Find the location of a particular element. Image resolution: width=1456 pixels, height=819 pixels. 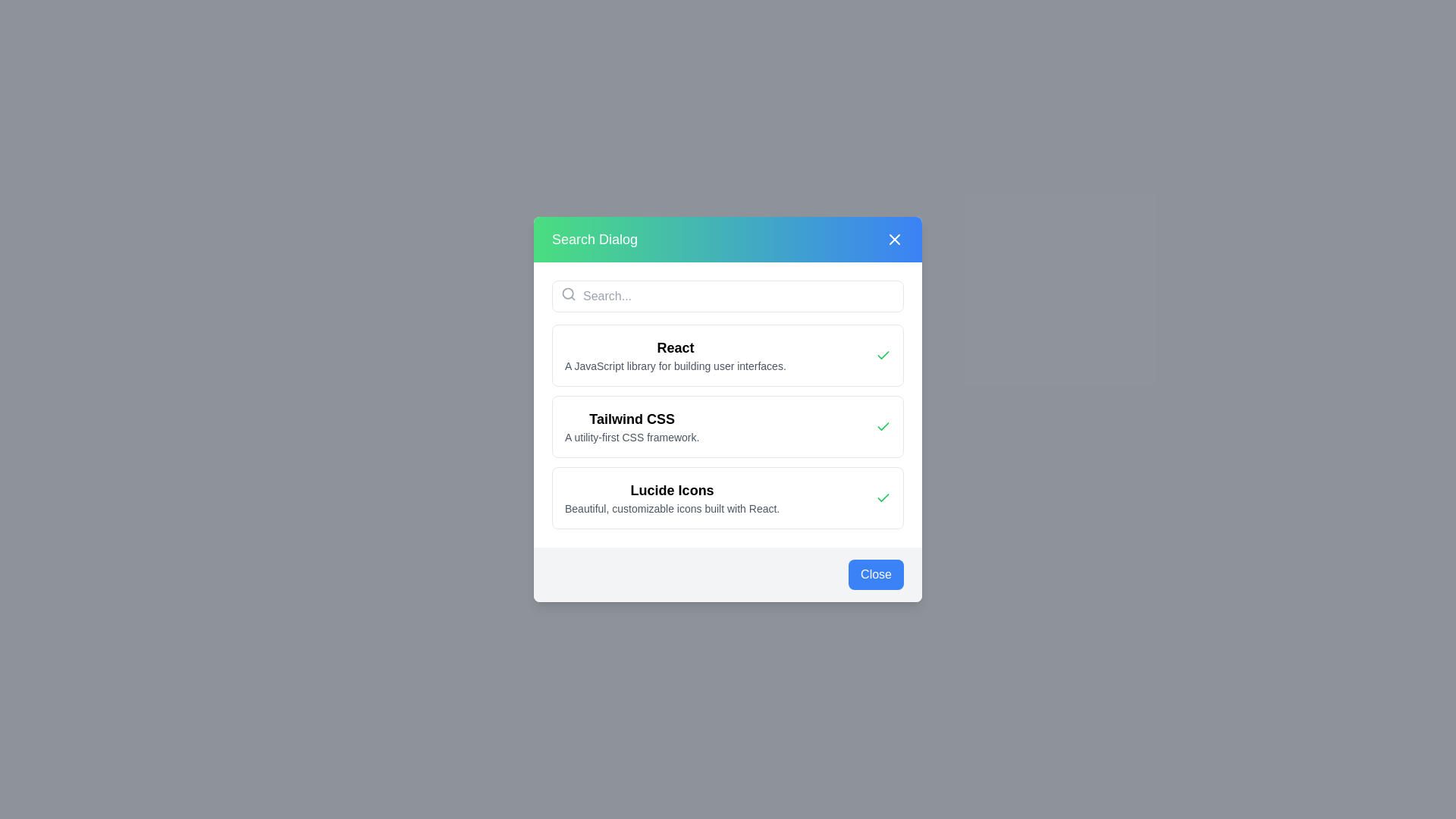

the first list item titled 'React' in the 'Search Dialog', which contains a description and a checkmark icon to indicate selection is located at coordinates (728, 356).